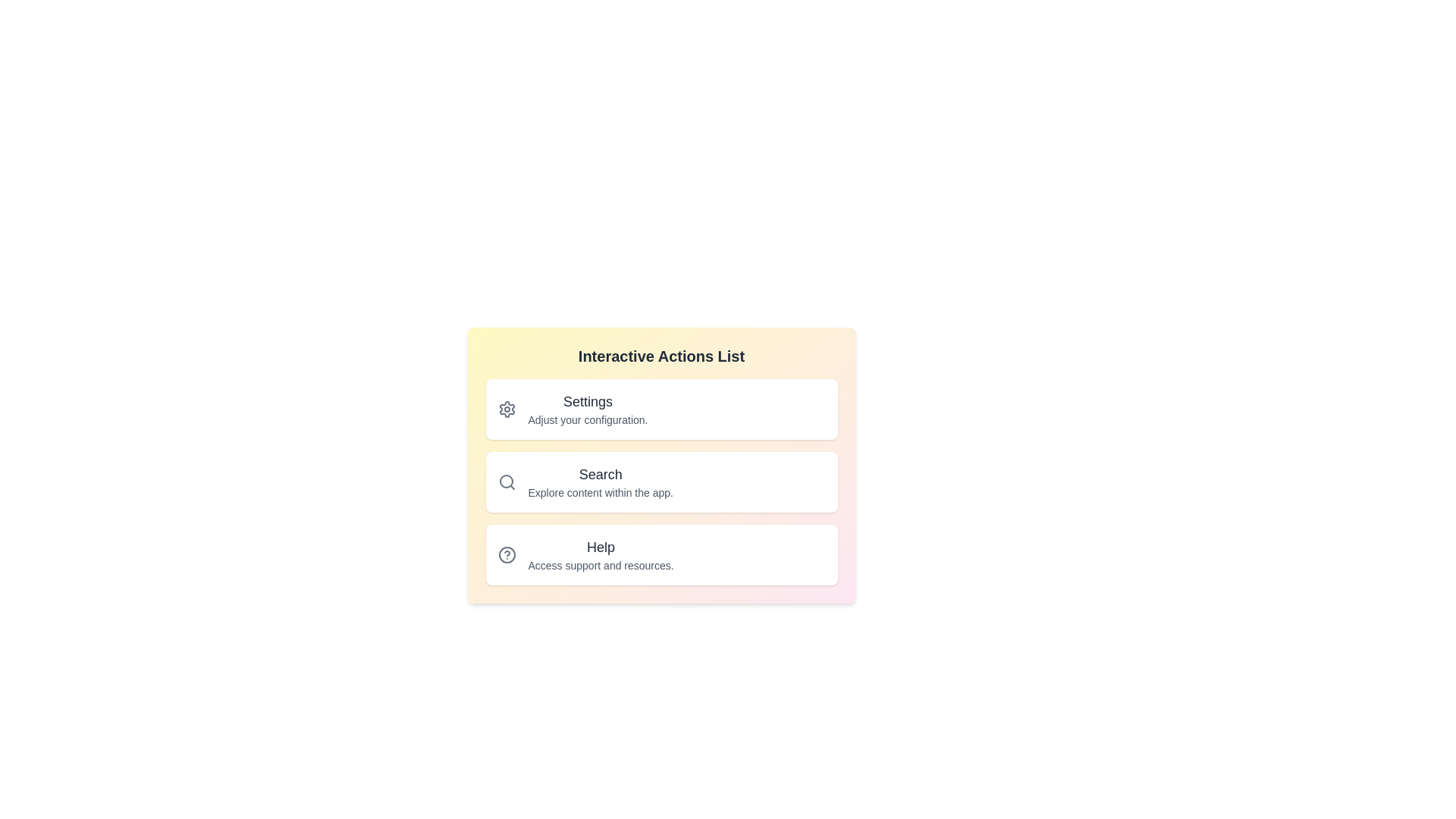  What do you see at coordinates (661, 482) in the screenshot?
I see `the list item corresponding to Search` at bounding box center [661, 482].